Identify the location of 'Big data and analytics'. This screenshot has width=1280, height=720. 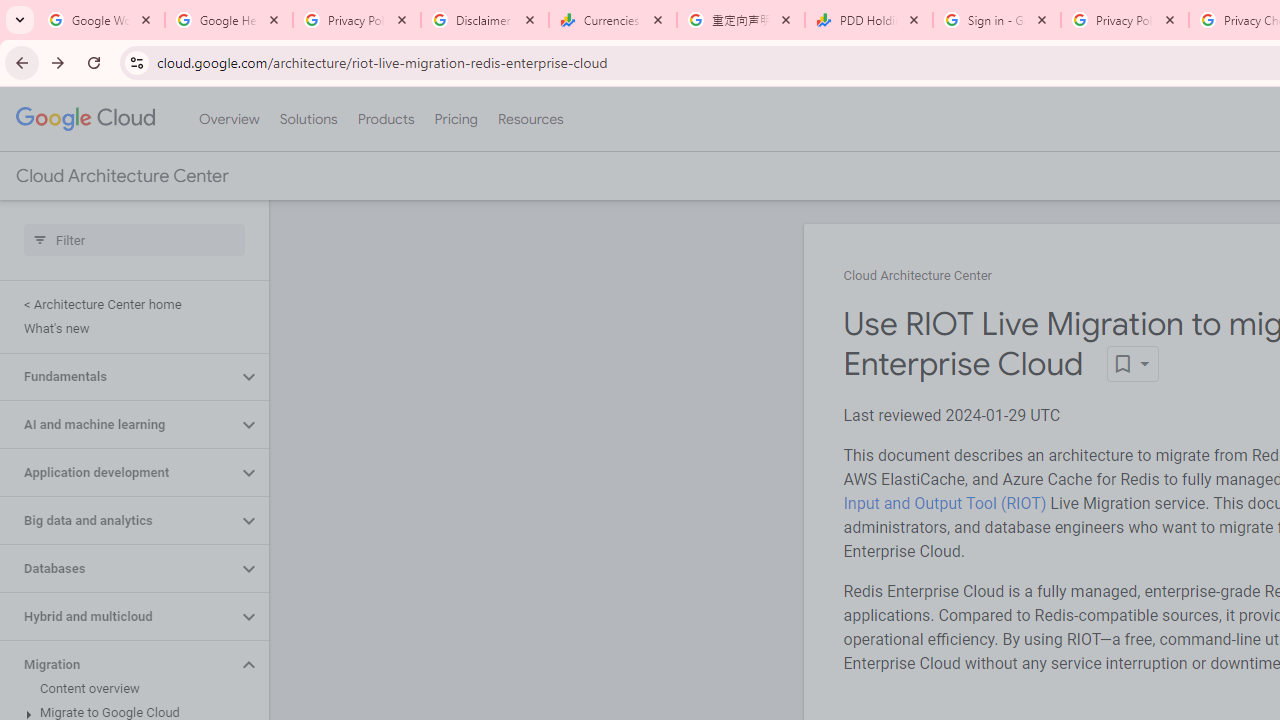
(117, 519).